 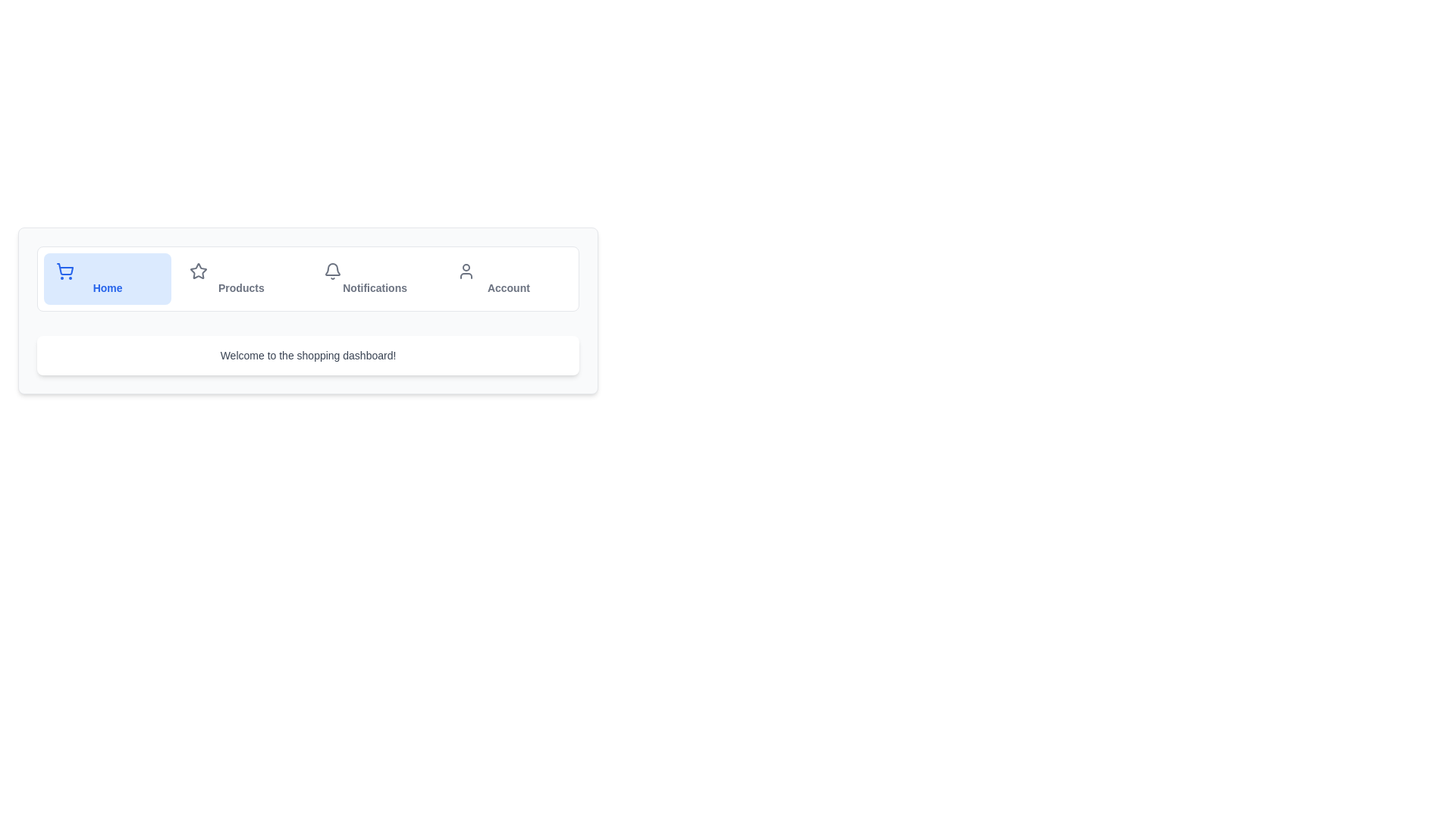 What do you see at coordinates (198, 270) in the screenshot?
I see `the star-shaped icon with a gray outline in the navigation bar, which is the second icon to the right of the cart icon and the 'Home' label` at bounding box center [198, 270].